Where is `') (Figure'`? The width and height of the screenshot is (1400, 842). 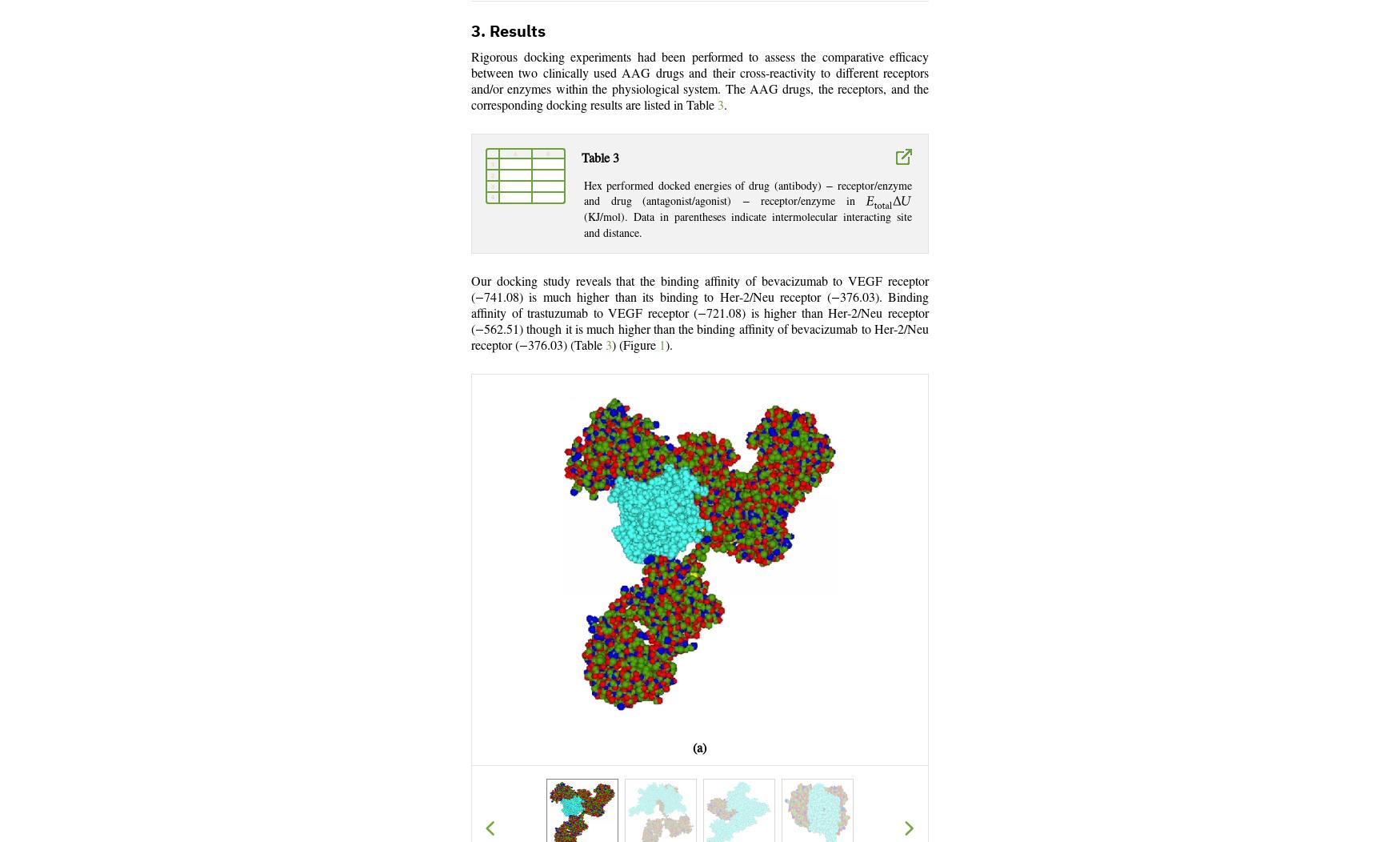 ') (Figure' is located at coordinates (634, 344).